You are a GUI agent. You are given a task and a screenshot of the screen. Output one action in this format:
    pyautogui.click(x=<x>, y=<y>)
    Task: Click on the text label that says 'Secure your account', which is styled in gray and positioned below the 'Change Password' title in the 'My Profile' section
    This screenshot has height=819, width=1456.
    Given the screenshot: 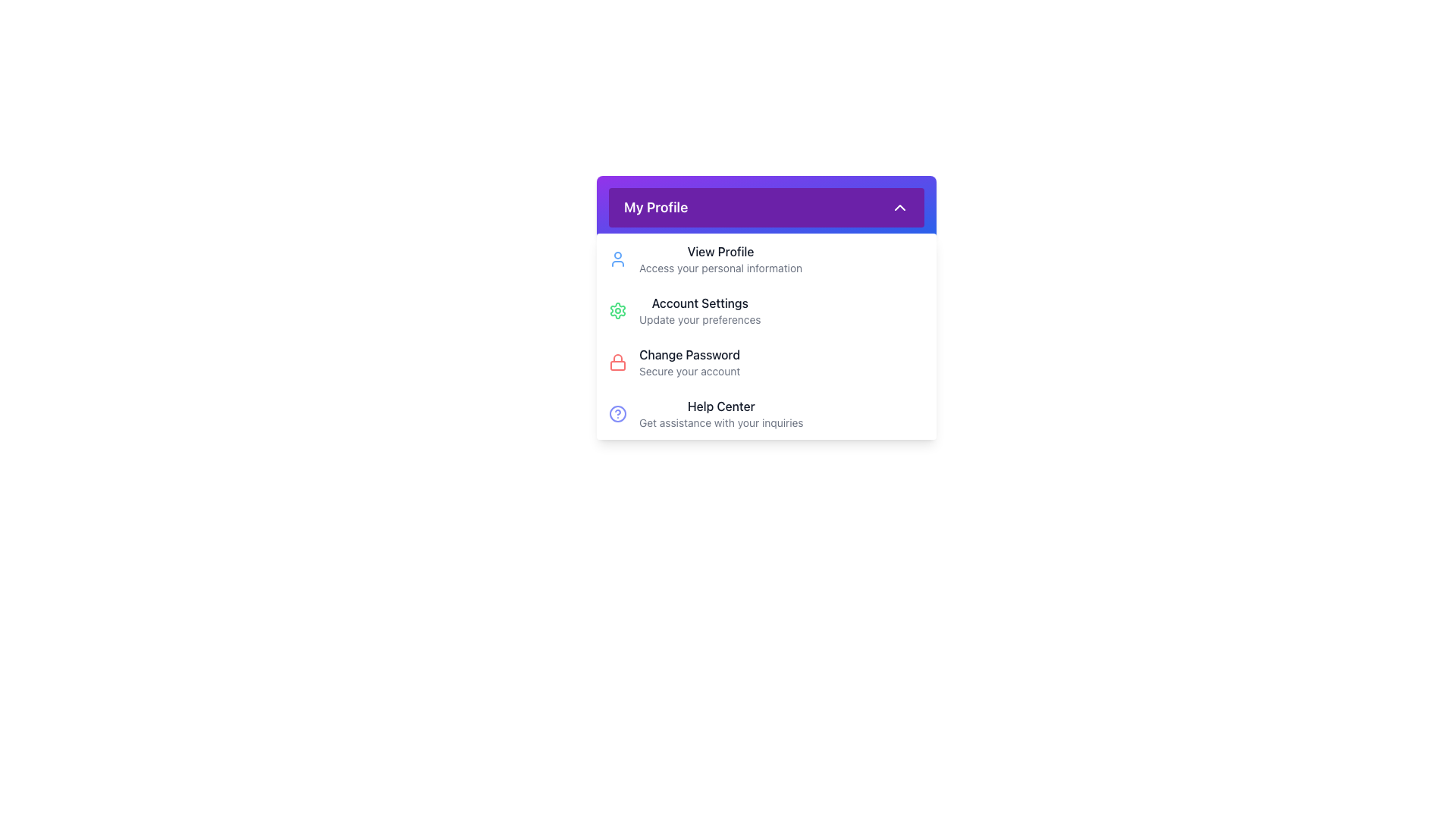 What is the action you would take?
    pyautogui.click(x=689, y=371)
    